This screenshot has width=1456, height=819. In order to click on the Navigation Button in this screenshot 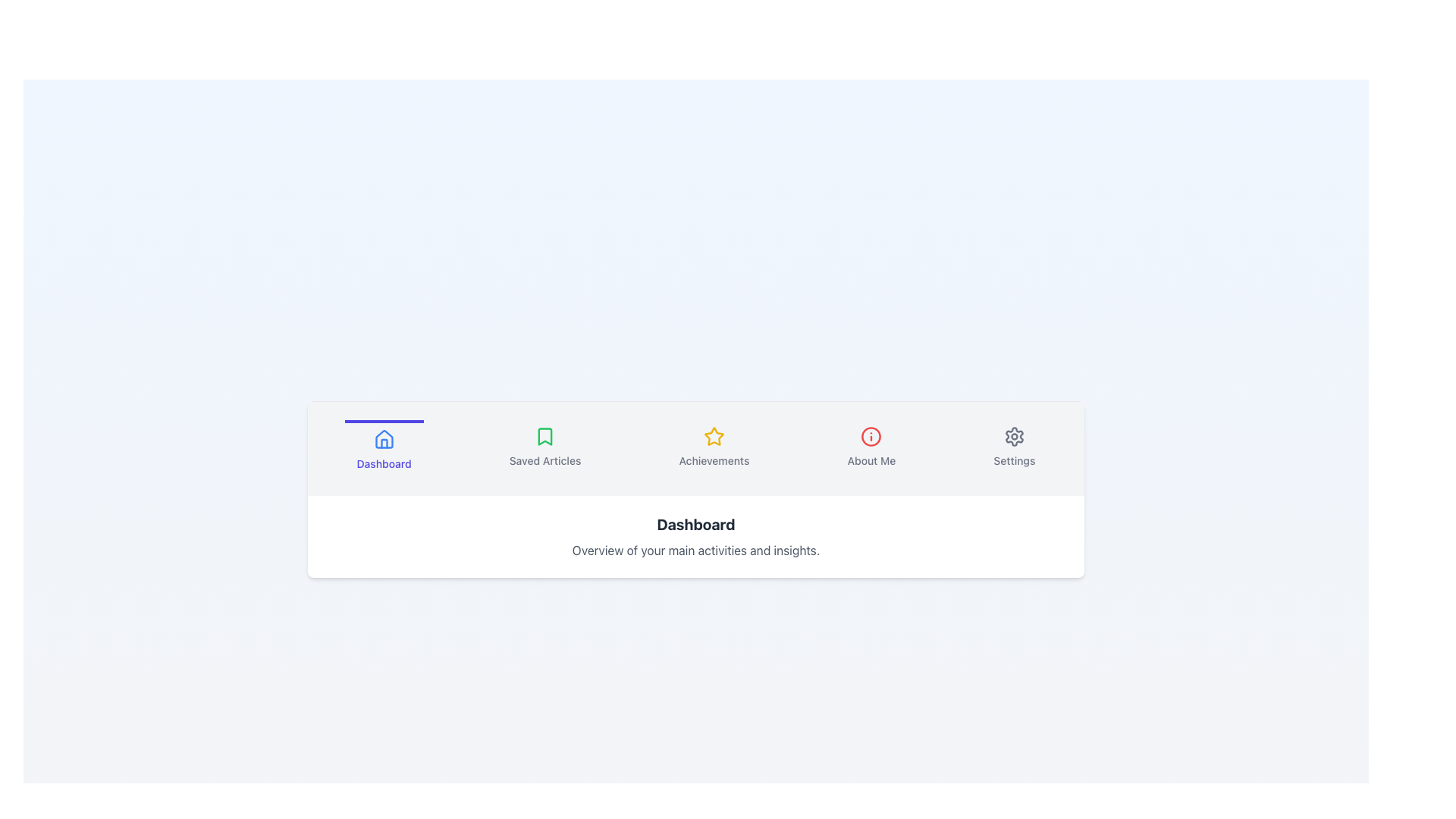, I will do `click(713, 447)`.